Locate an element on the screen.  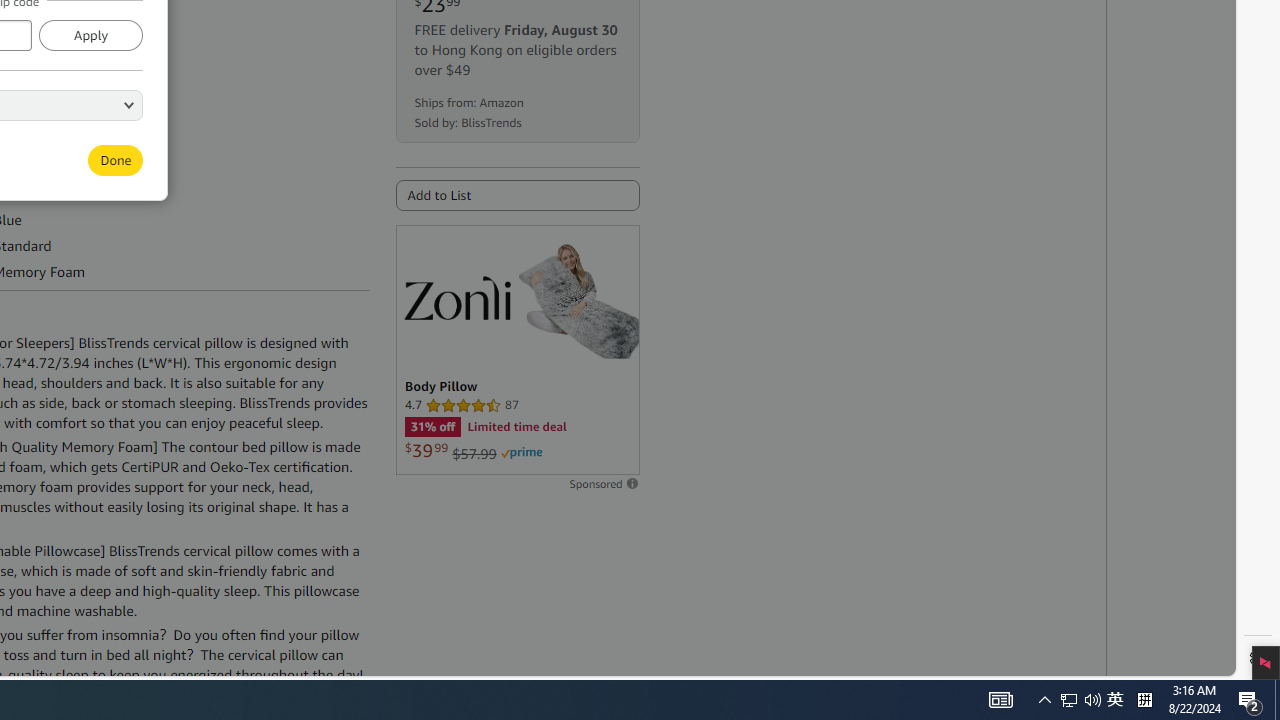
'King' is located at coordinates (51, 124).